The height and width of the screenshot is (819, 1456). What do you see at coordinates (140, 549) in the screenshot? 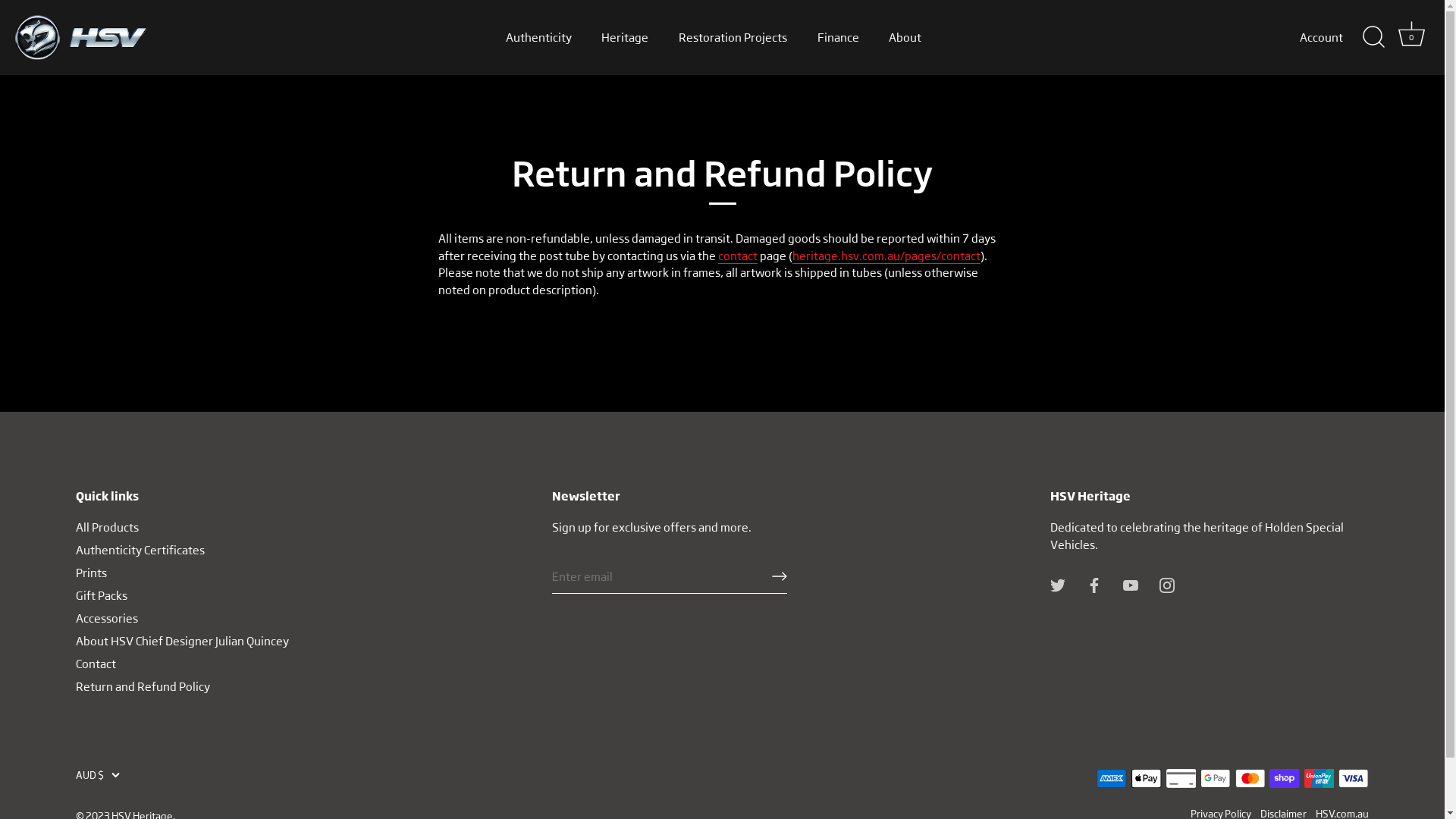
I see `'Authenticity Certificates'` at bounding box center [140, 549].